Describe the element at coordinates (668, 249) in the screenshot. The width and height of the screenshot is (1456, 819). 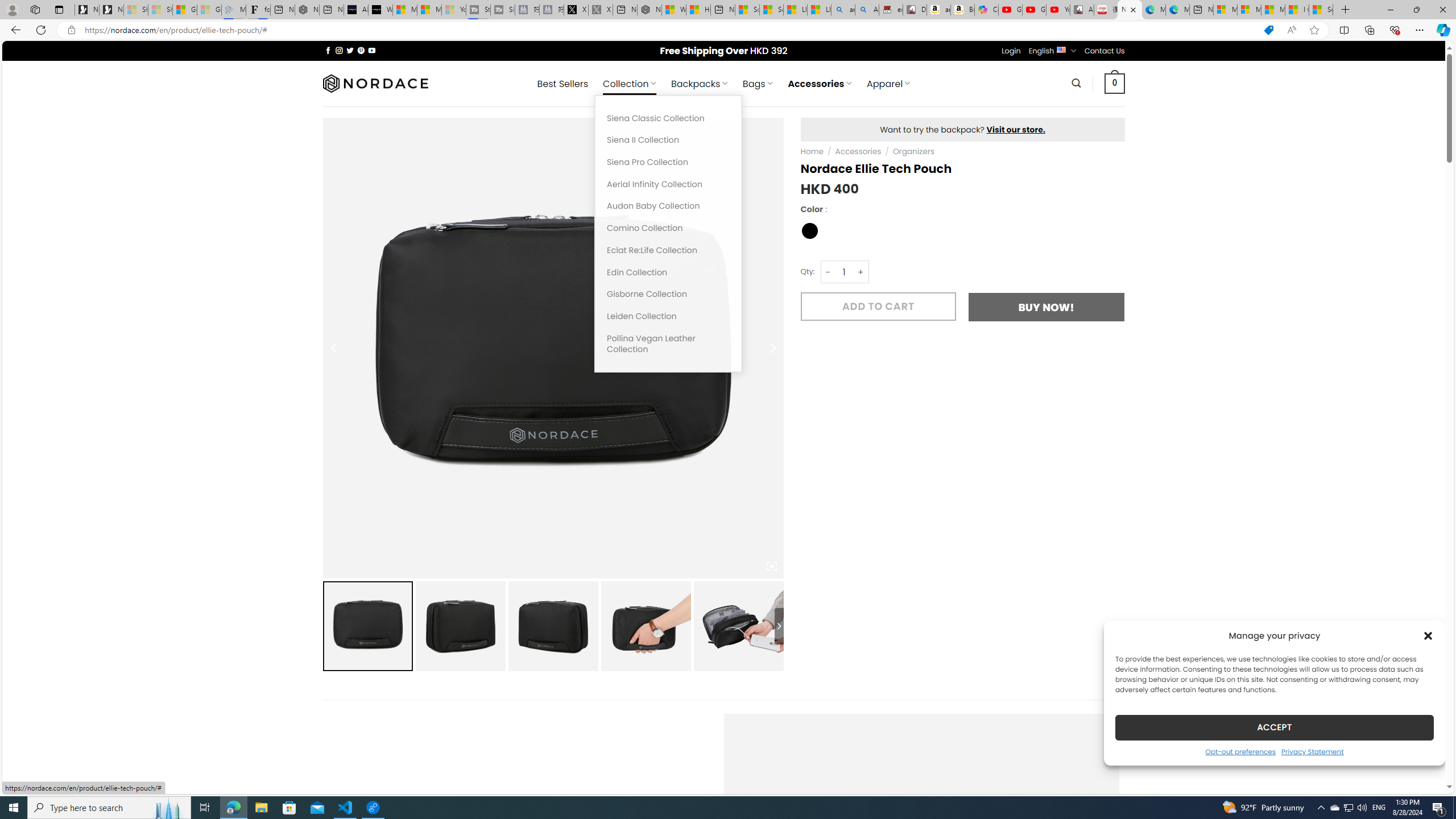
I see `'Eclat Re:Life Collection'` at that location.